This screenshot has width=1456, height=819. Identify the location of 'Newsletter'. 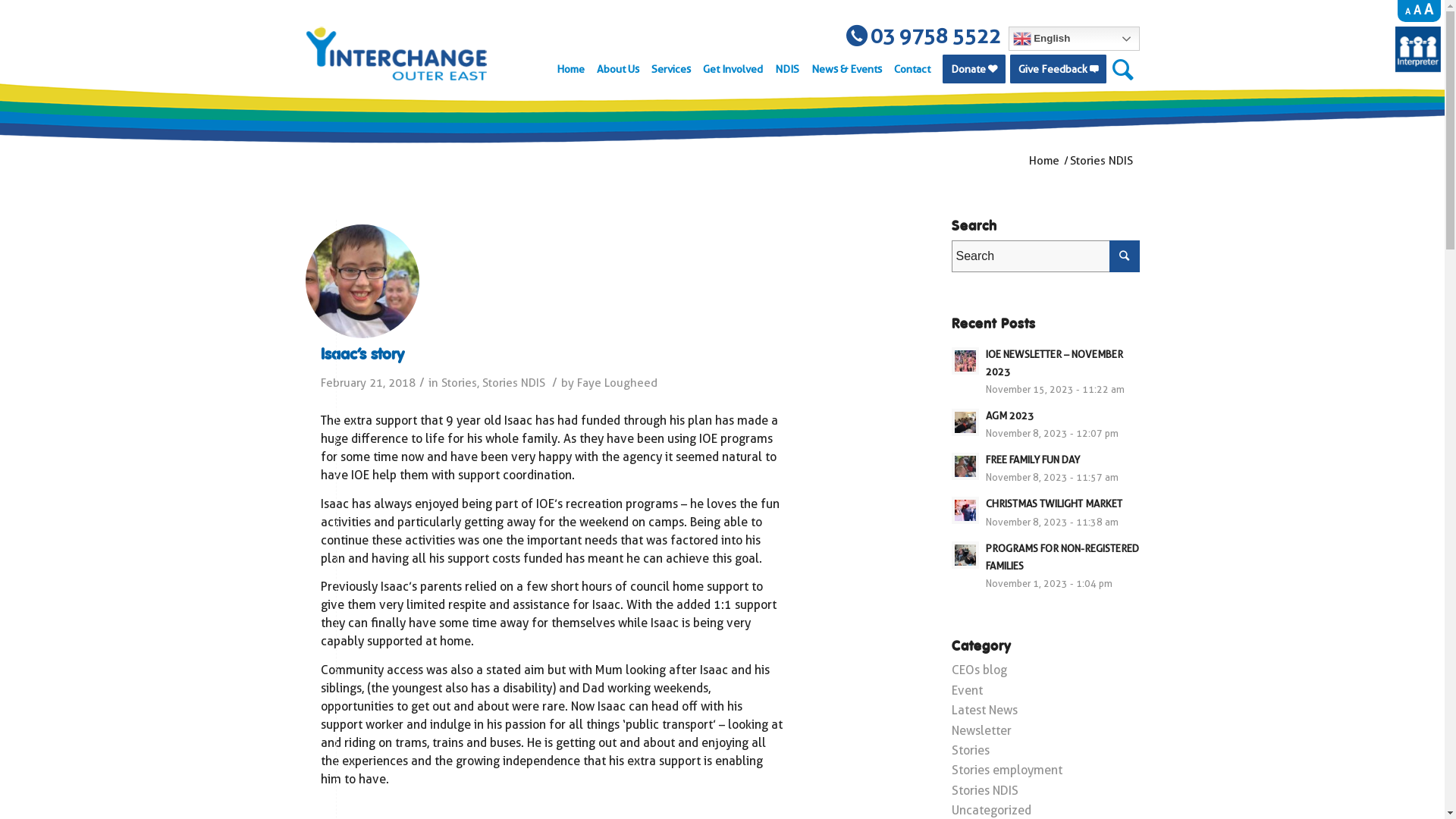
(981, 730).